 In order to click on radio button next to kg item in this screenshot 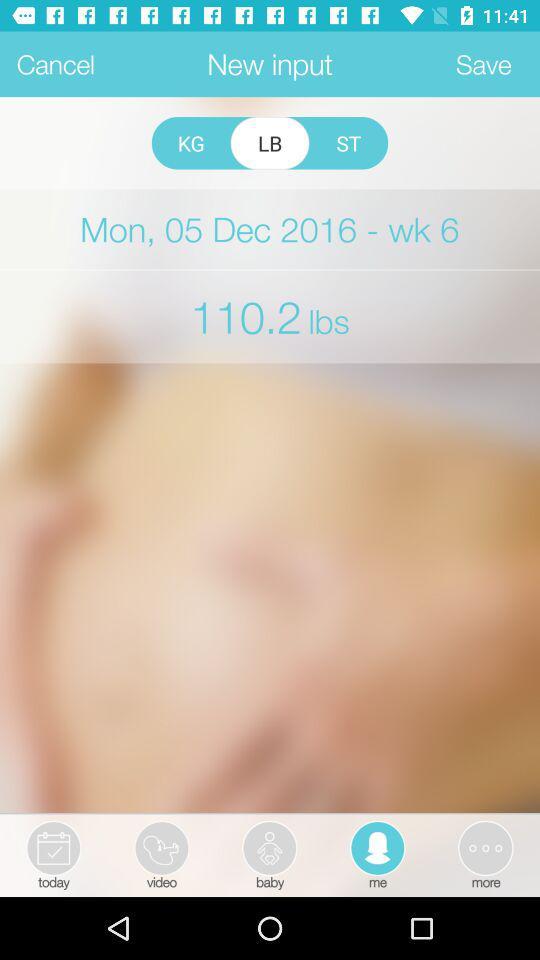, I will do `click(270, 142)`.